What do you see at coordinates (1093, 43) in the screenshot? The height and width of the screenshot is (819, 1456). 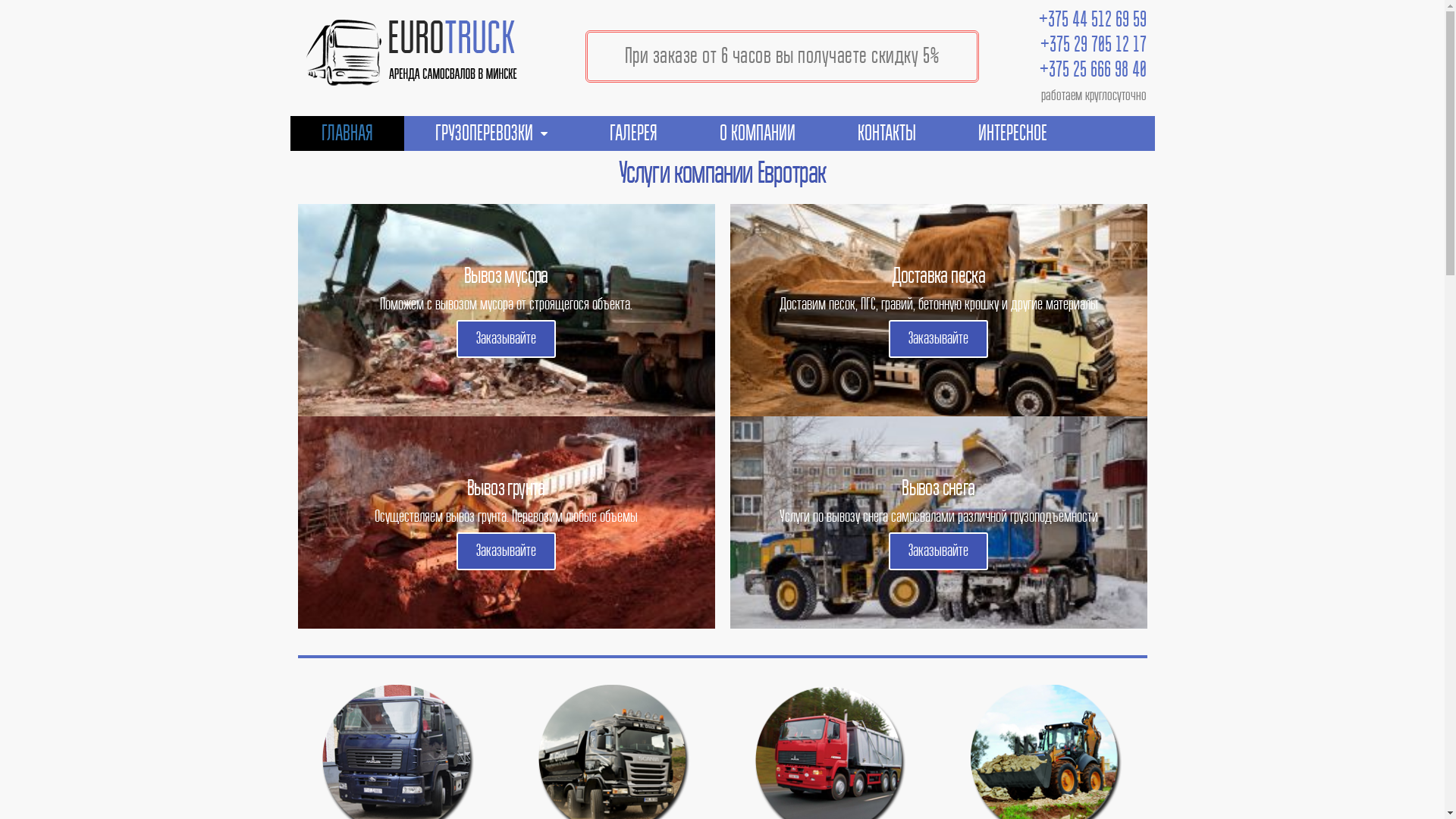 I see `'+375 29 705 12 17'` at bounding box center [1093, 43].